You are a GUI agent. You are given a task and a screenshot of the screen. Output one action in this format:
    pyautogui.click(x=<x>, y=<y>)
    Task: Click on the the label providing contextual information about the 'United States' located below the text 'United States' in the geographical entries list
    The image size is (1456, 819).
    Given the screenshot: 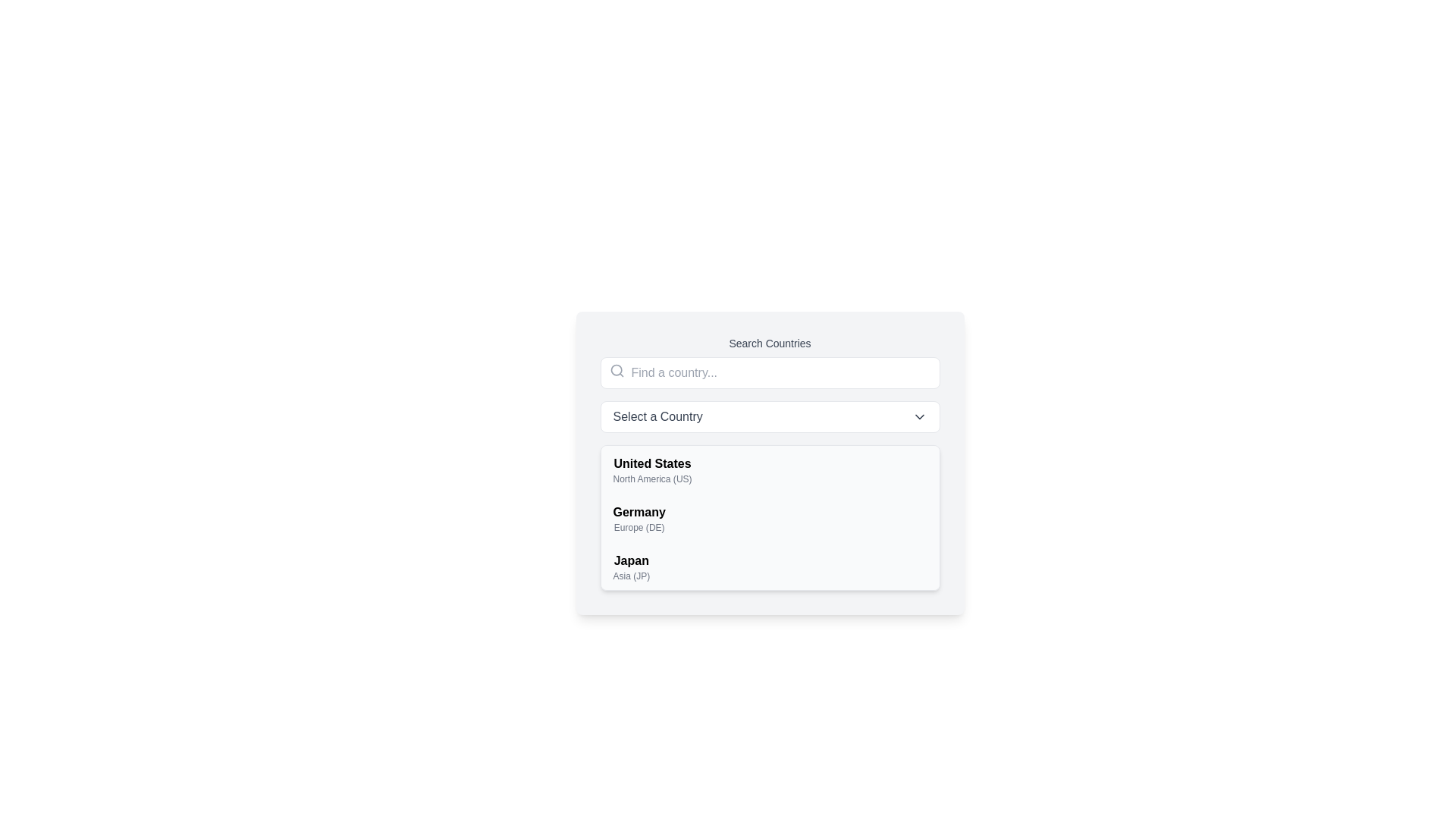 What is the action you would take?
    pyautogui.click(x=652, y=479)
    